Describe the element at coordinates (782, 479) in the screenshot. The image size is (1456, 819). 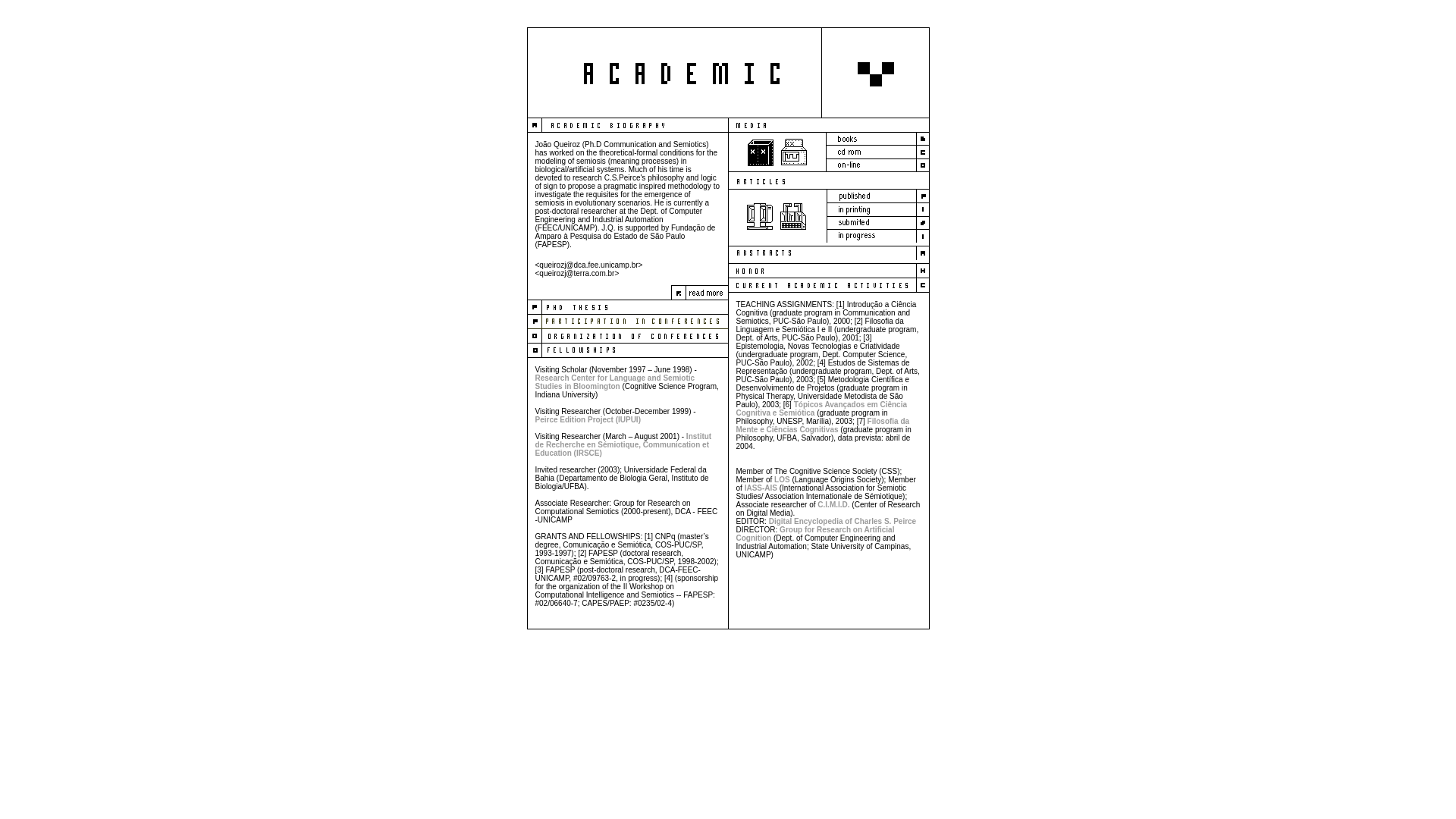
I see `'LOS'` at that location.